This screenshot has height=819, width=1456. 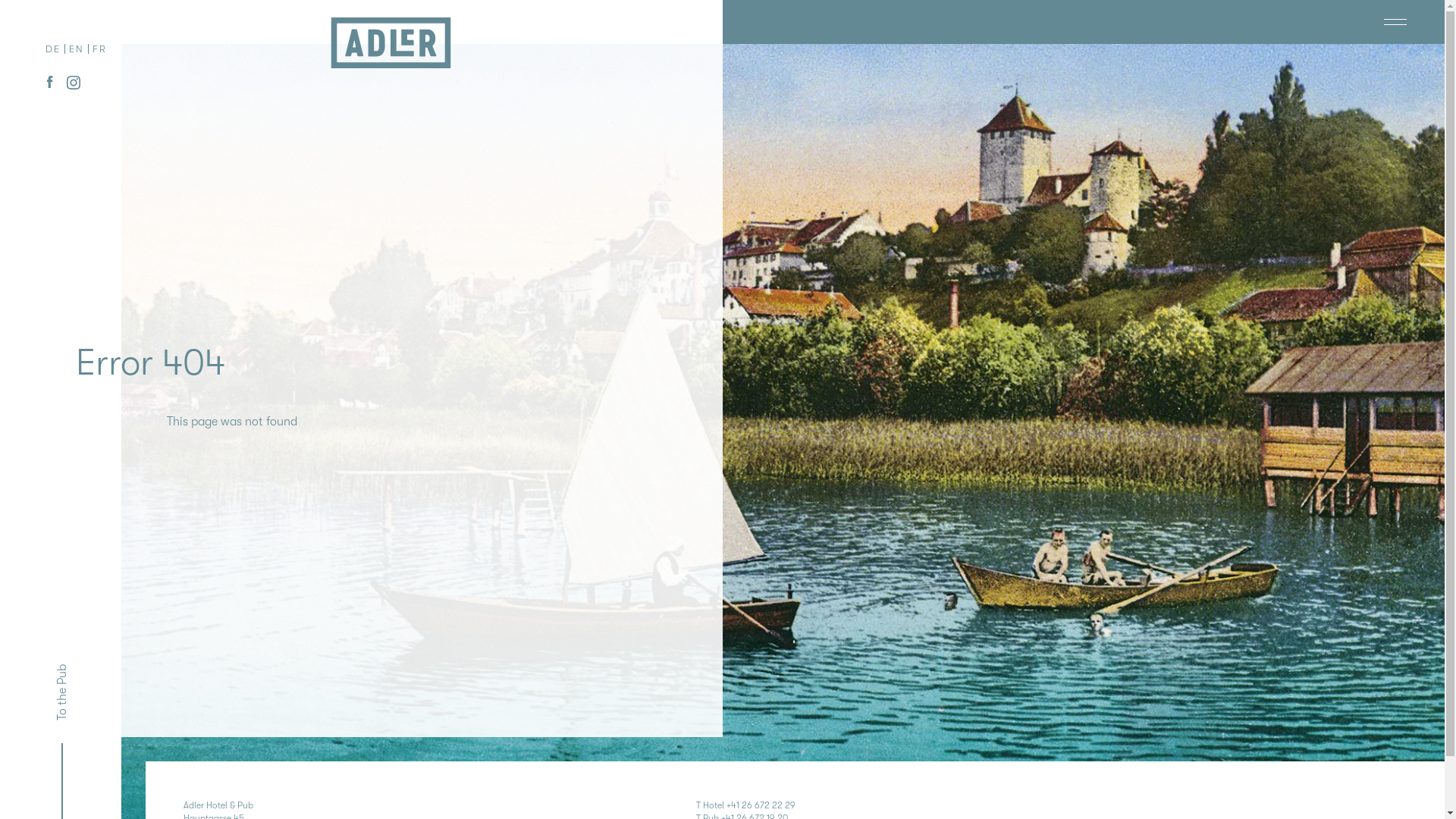 What do you see at coordinates (99, 49) in the screenshot?
I see `'FR'` at bounding box center [99, 49].